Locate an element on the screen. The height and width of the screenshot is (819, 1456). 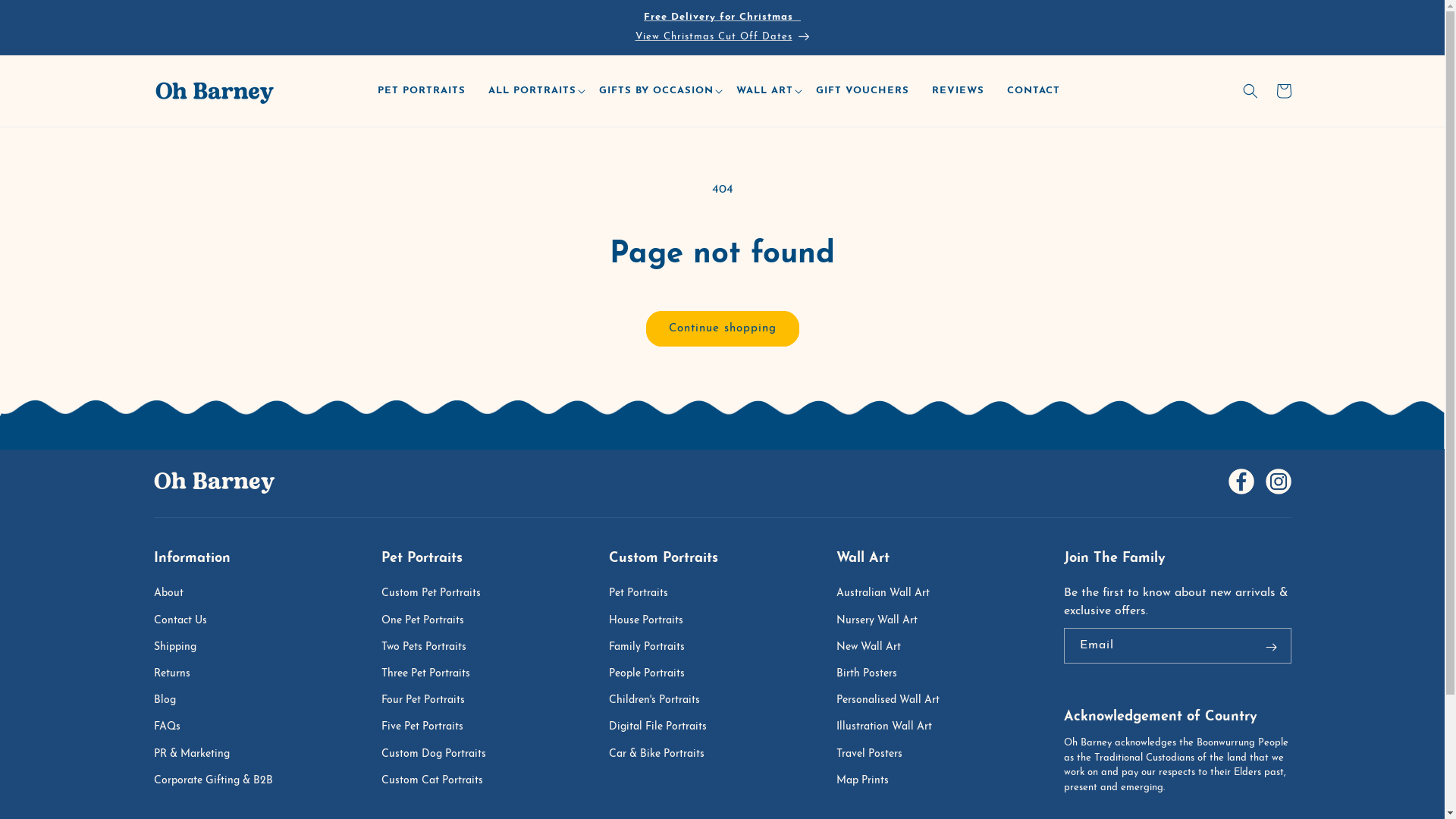
'REVIEWS' is located at coordinates (923, 91).